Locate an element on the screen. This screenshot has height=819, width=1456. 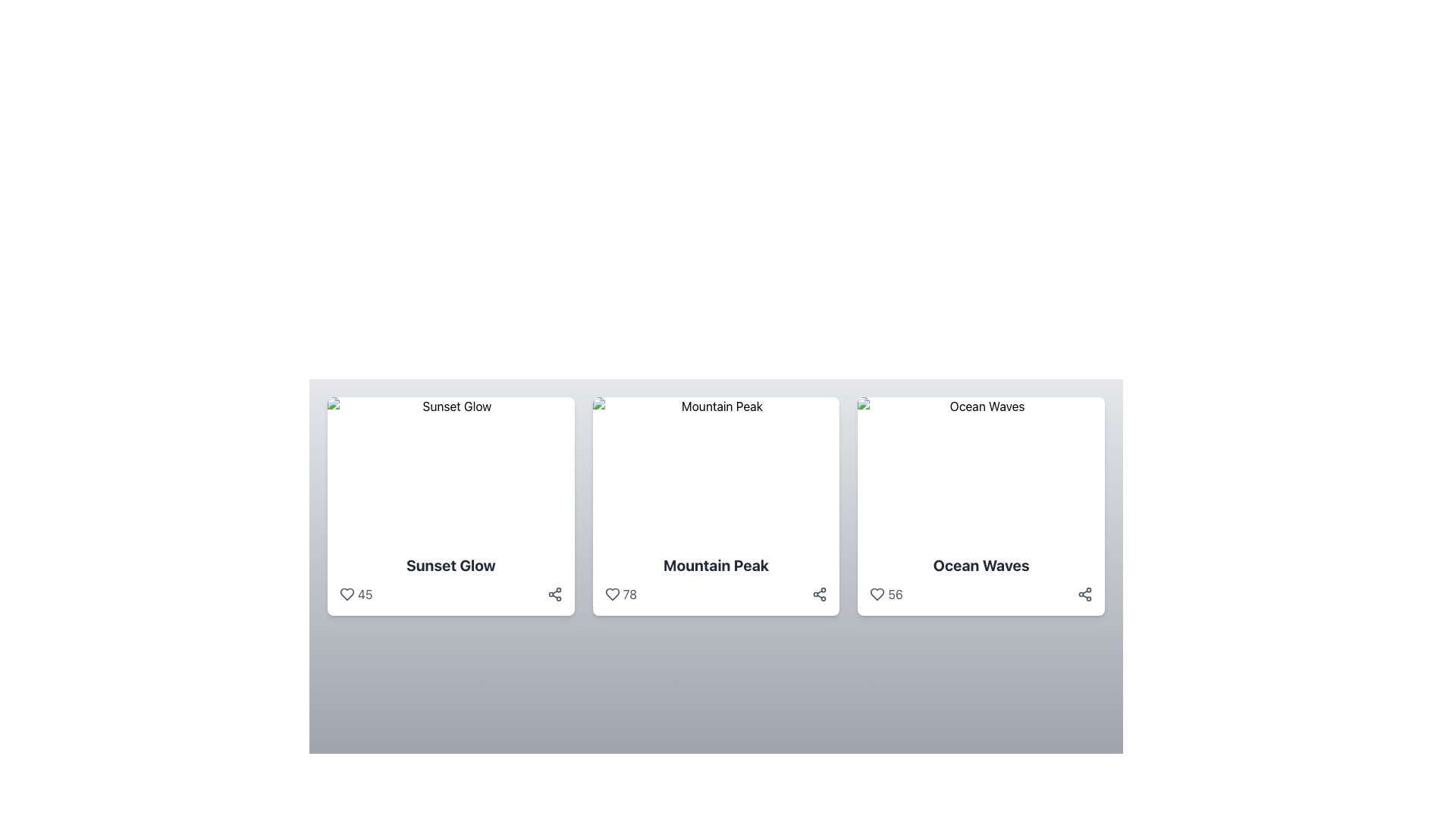
the heart-shaped icon representing the 'like' button located at the bottom-left corner of the 'Sunset Glow' card to like the content is located at coordinates (346, 593).